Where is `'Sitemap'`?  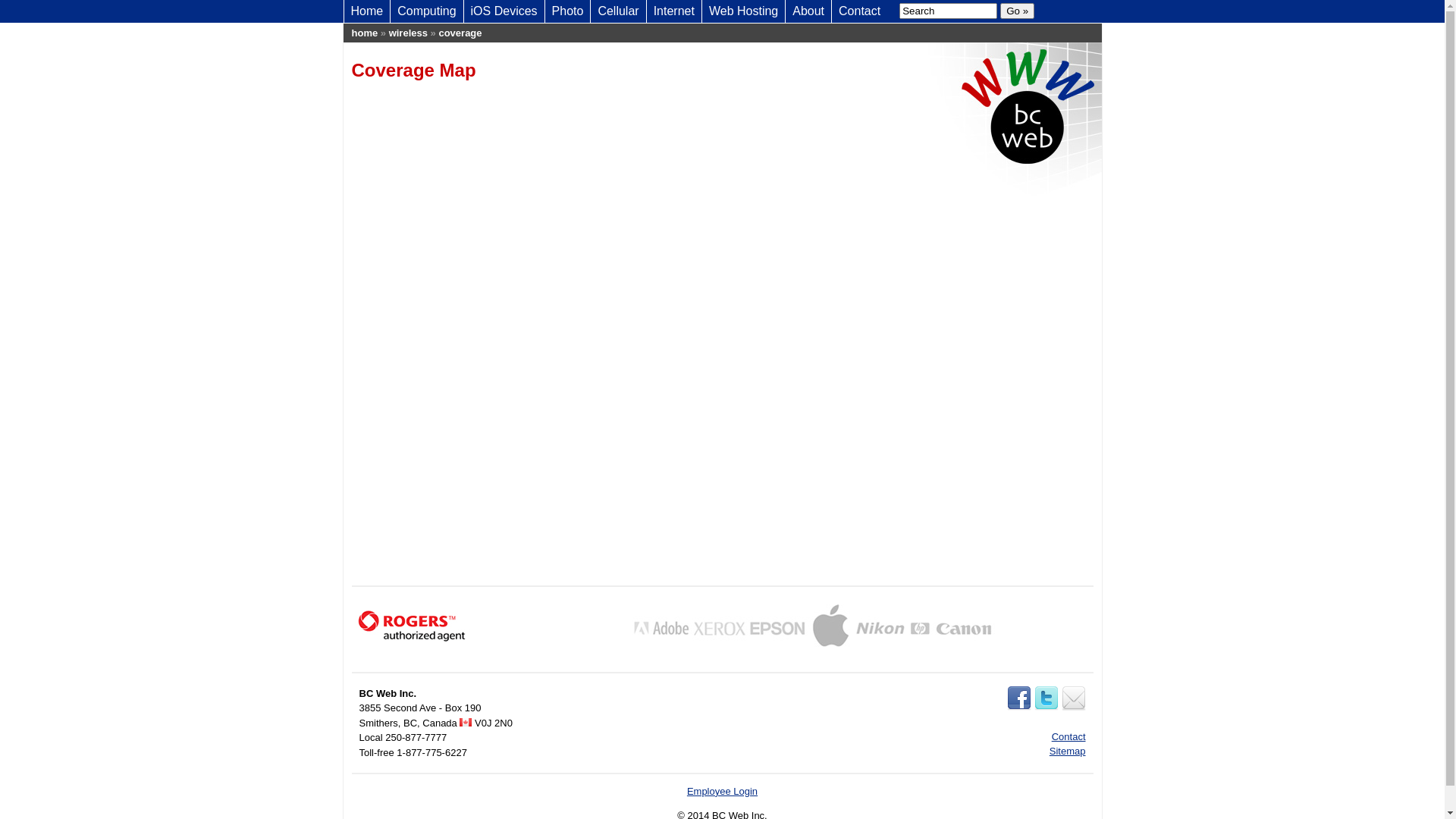 'Sitemap' is located at coordinates (1066, 751).